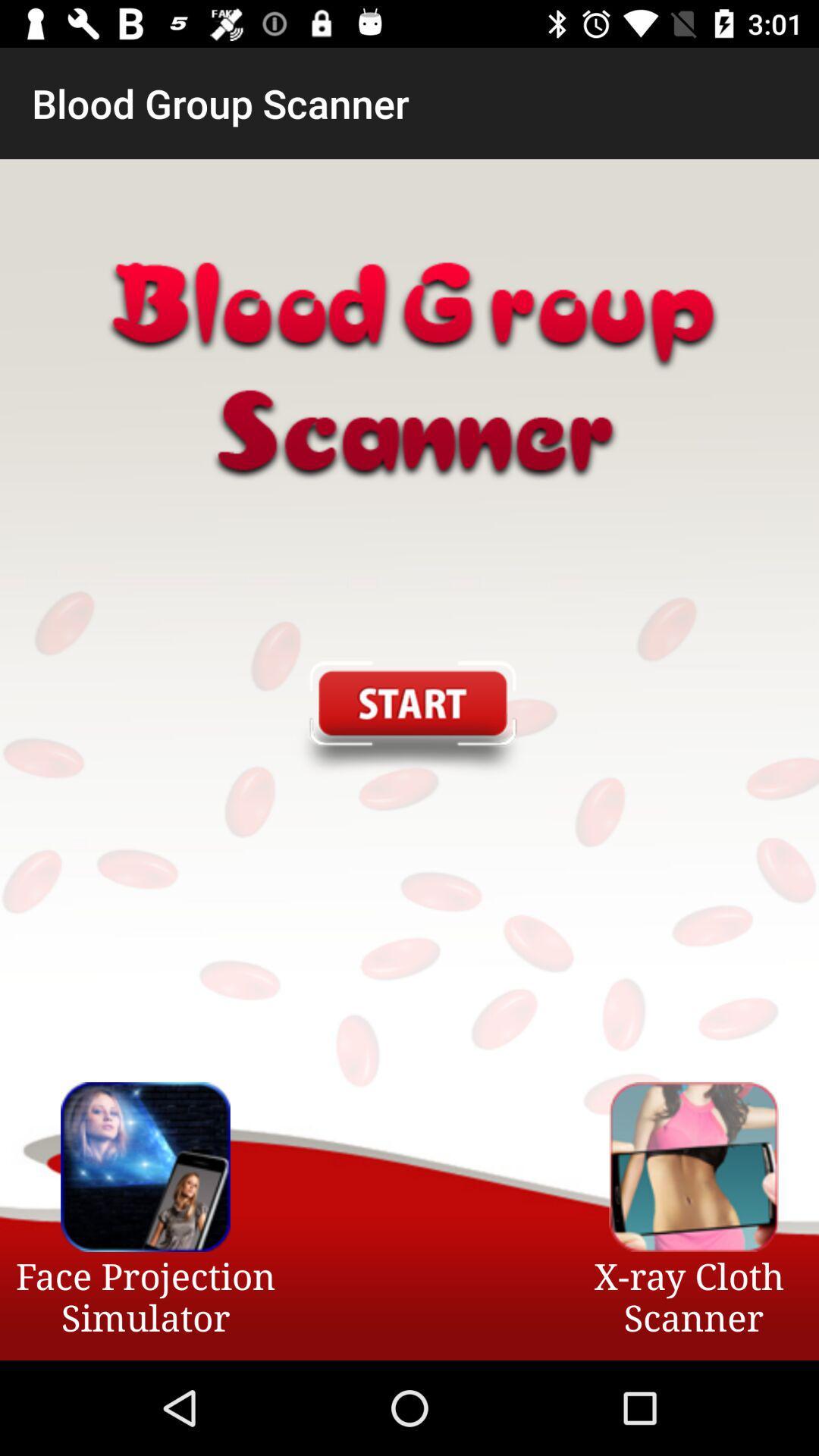 The width and height of the screenshot is (819, 1456). What do you see at coordinates (408, 719) in the screenshot?
I see `the item at the center` at bounding box center [408, 719].